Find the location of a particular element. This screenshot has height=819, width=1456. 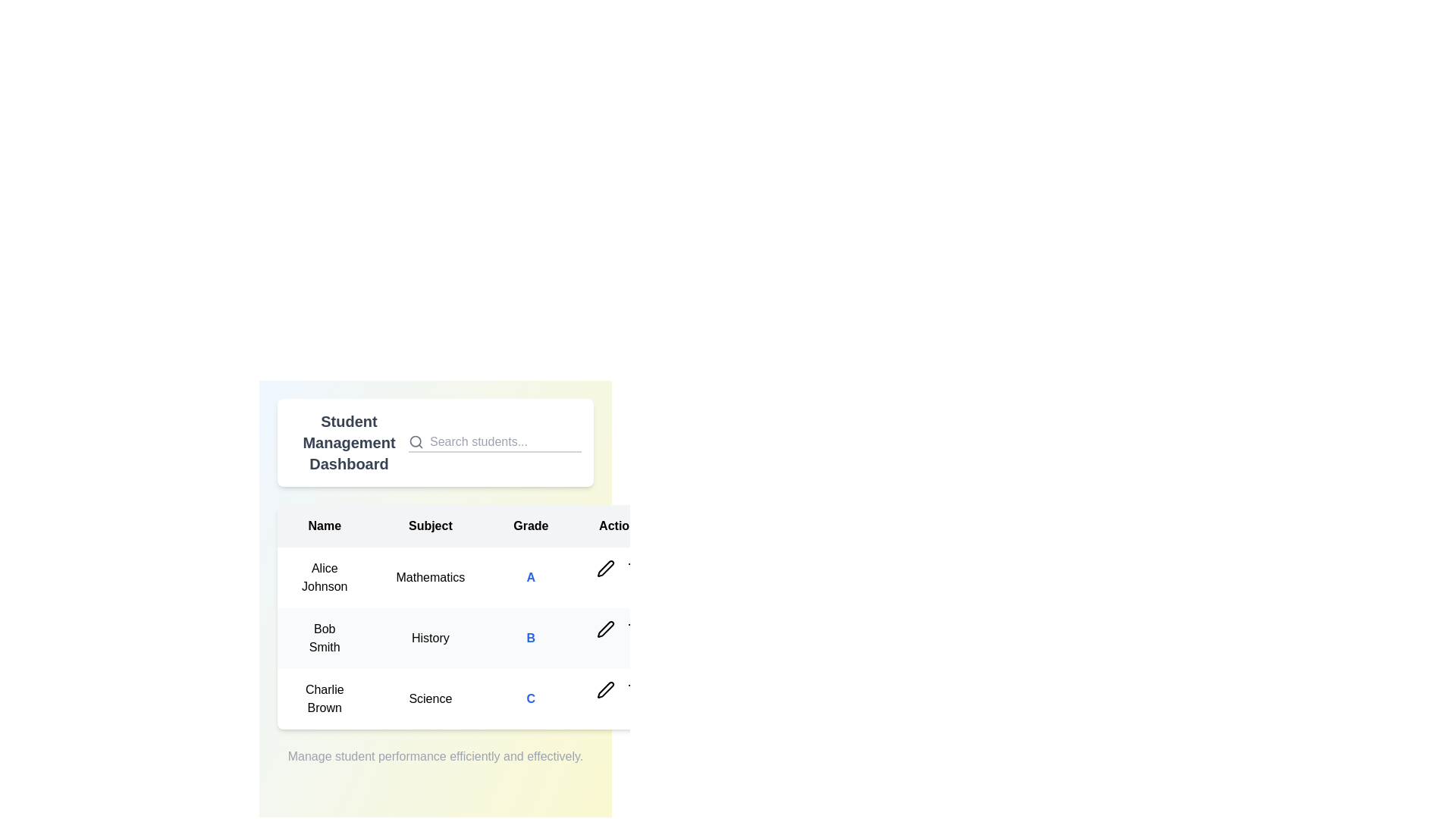

the static text displaying the grade assigned to student 'Alice Johnson' for the subject 'Mathematics' is located at coordinates (531, 578).